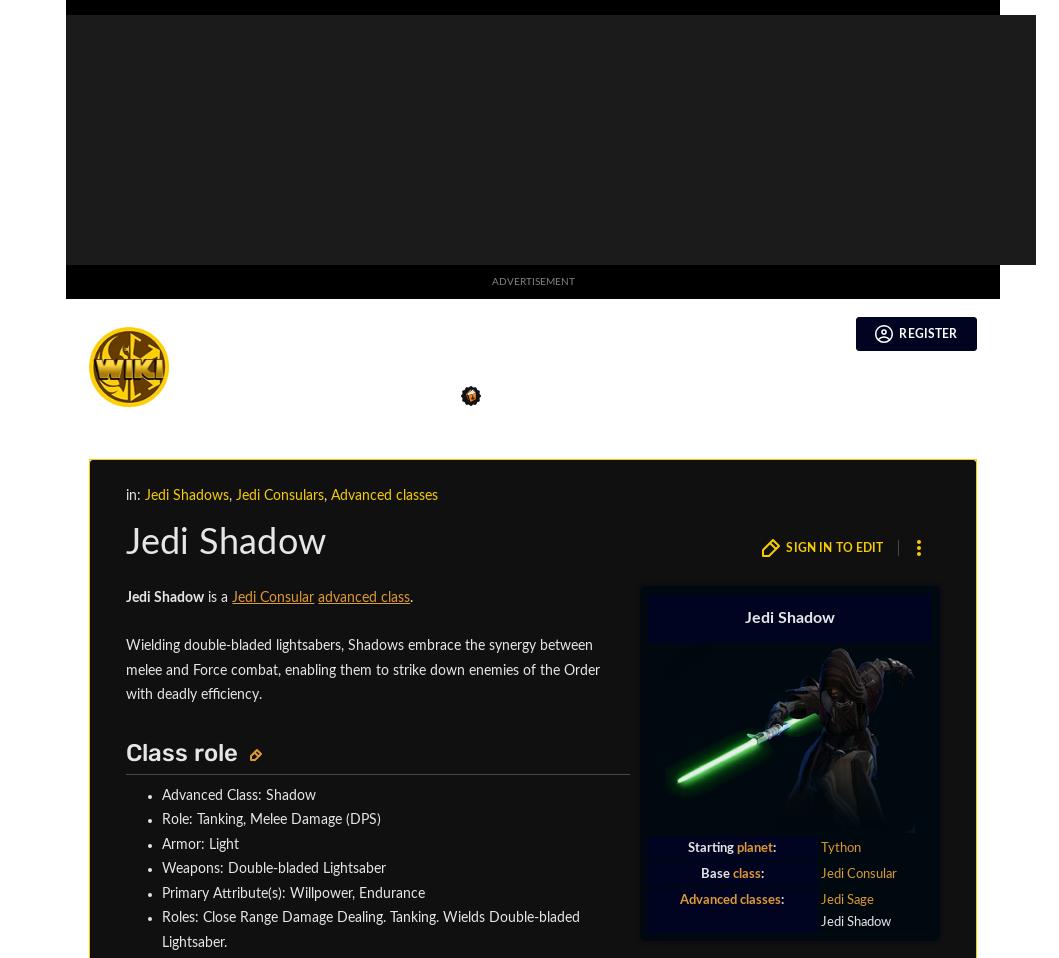  I want to click on 't', so click(153, 118).